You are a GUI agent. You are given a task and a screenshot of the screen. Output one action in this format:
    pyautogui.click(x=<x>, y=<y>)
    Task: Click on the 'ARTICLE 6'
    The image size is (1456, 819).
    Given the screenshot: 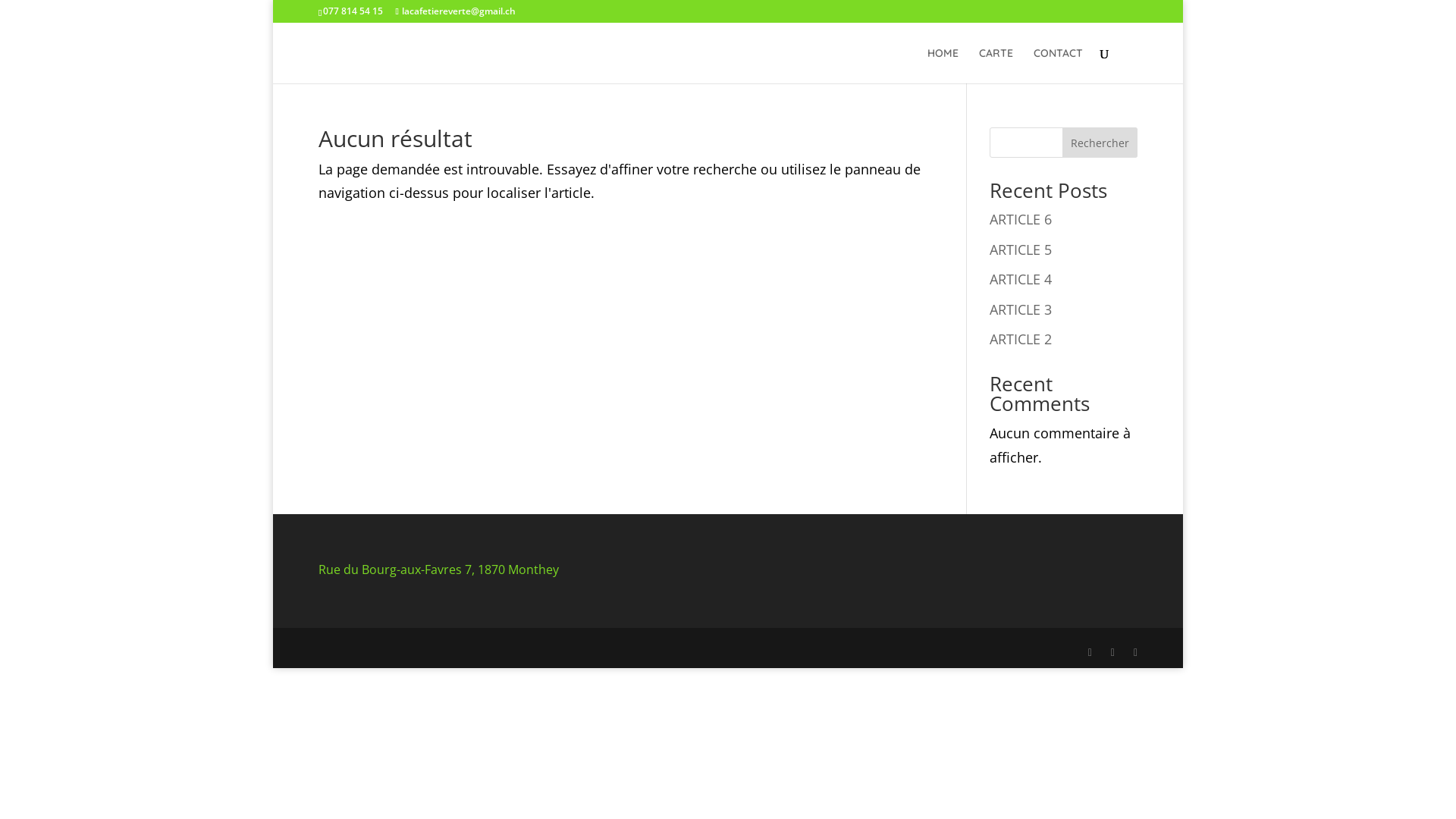 What is the action you would take?
    pyautogui.click(x=1020, y=219)
    